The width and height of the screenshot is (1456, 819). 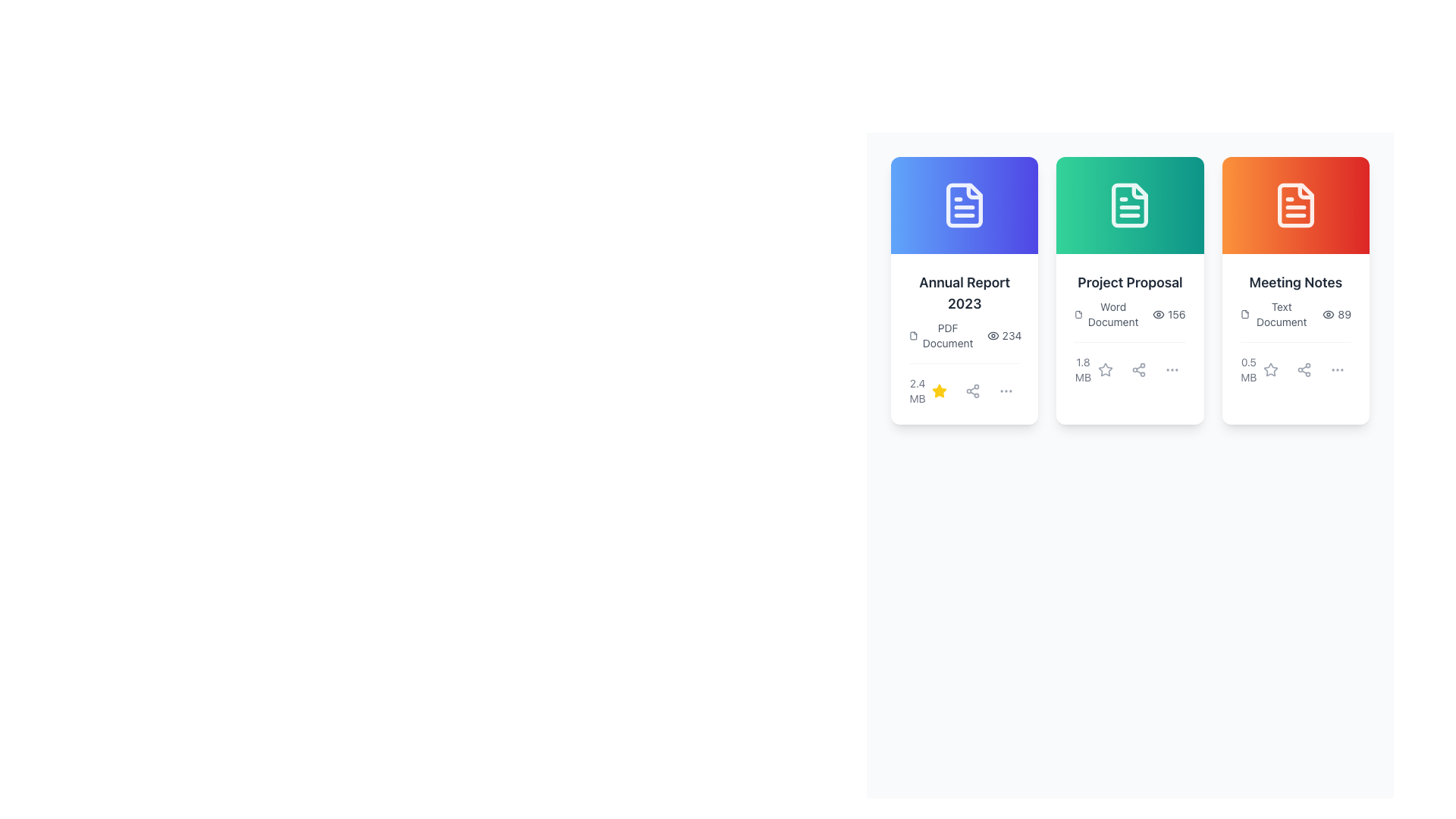 What do you see at coordinates (1303, 370) in the screenshot?
I see `the sharing icon button located at the bottom section of the 'Meeting Notes' card` at bounding box center [1303, 370].